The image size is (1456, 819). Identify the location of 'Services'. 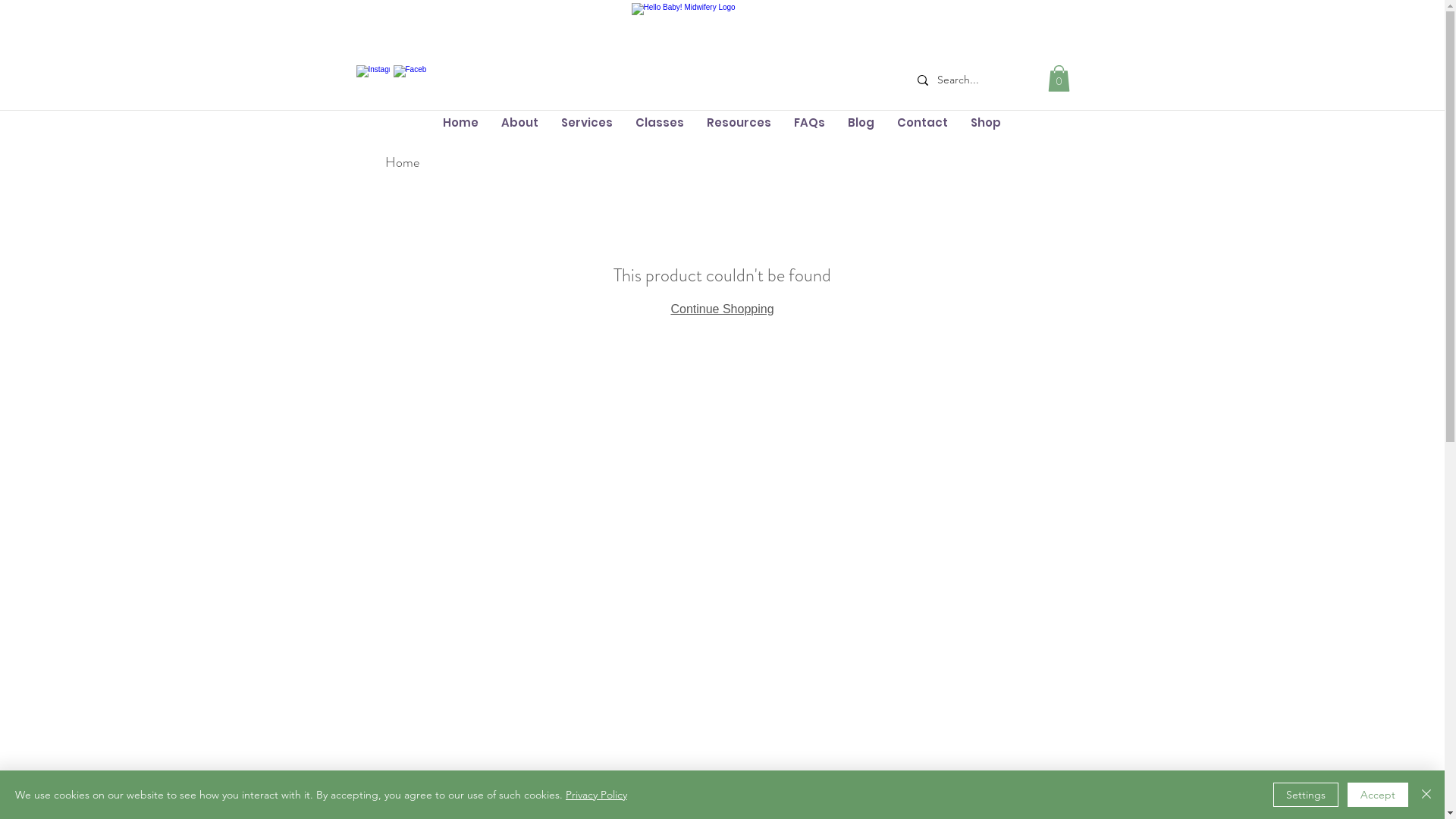
(585, 121).